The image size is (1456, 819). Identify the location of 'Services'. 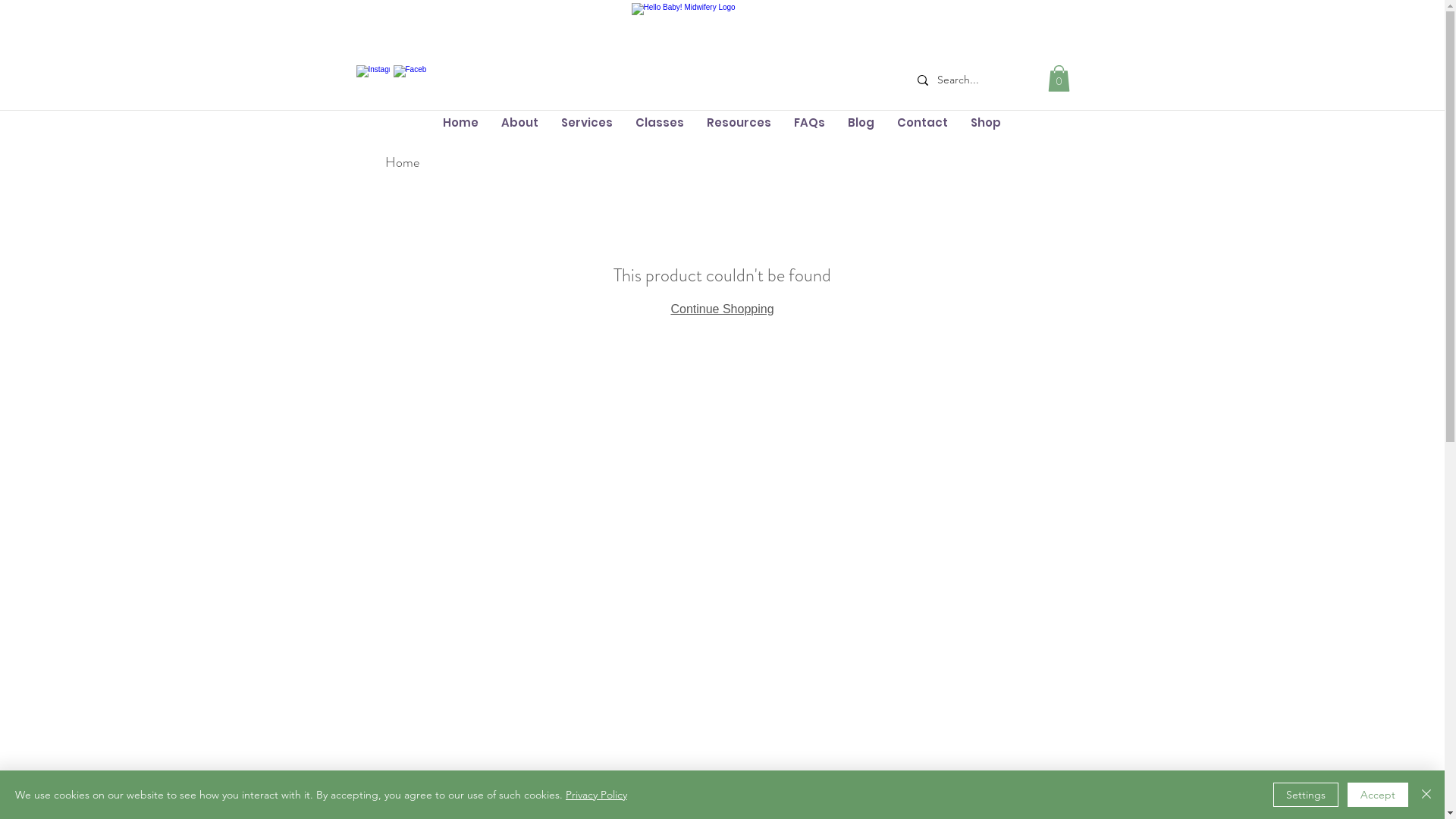
(585, 121).